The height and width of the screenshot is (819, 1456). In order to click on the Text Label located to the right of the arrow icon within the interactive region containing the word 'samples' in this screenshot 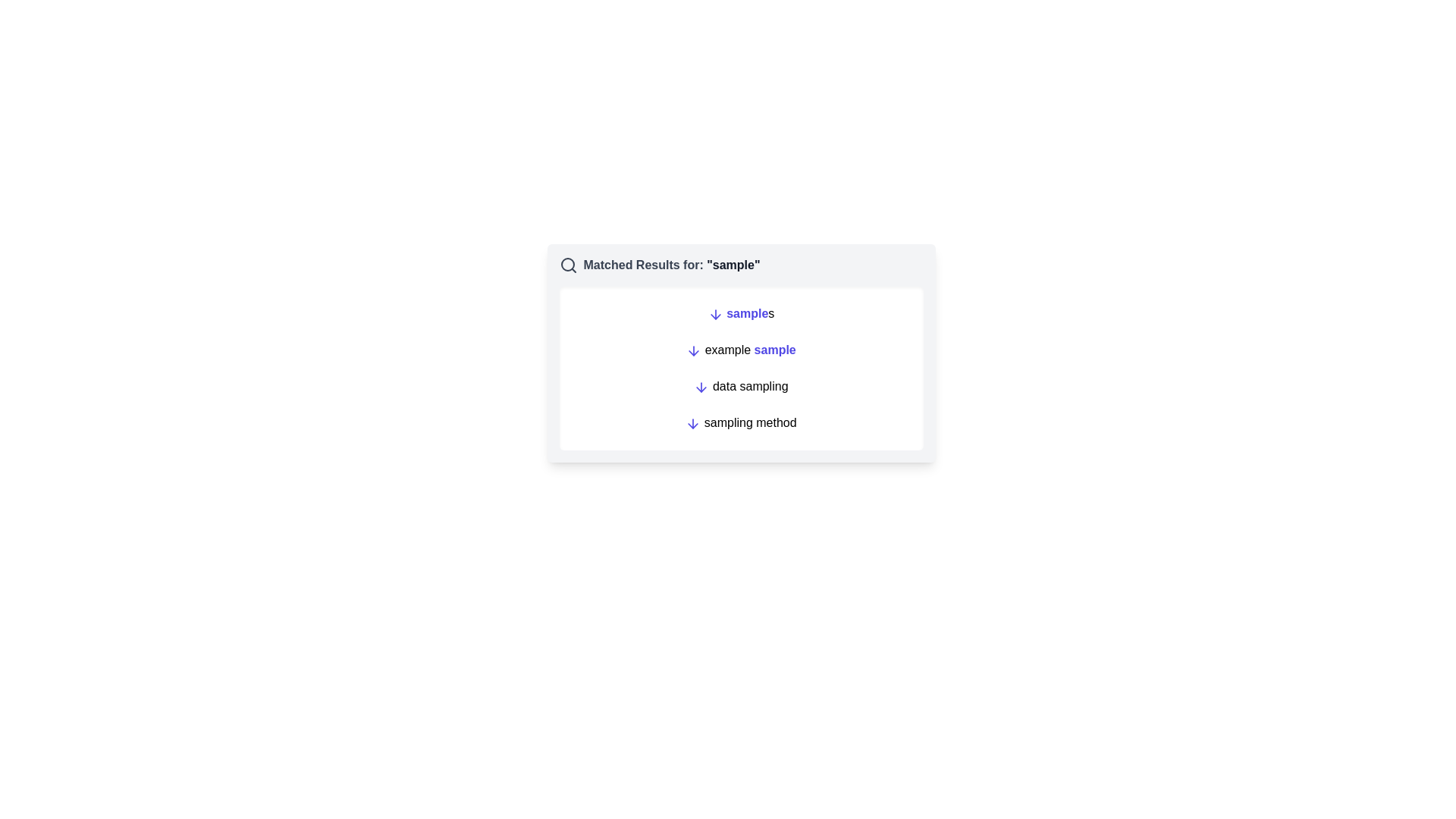, I will do `click(747, 312)`.